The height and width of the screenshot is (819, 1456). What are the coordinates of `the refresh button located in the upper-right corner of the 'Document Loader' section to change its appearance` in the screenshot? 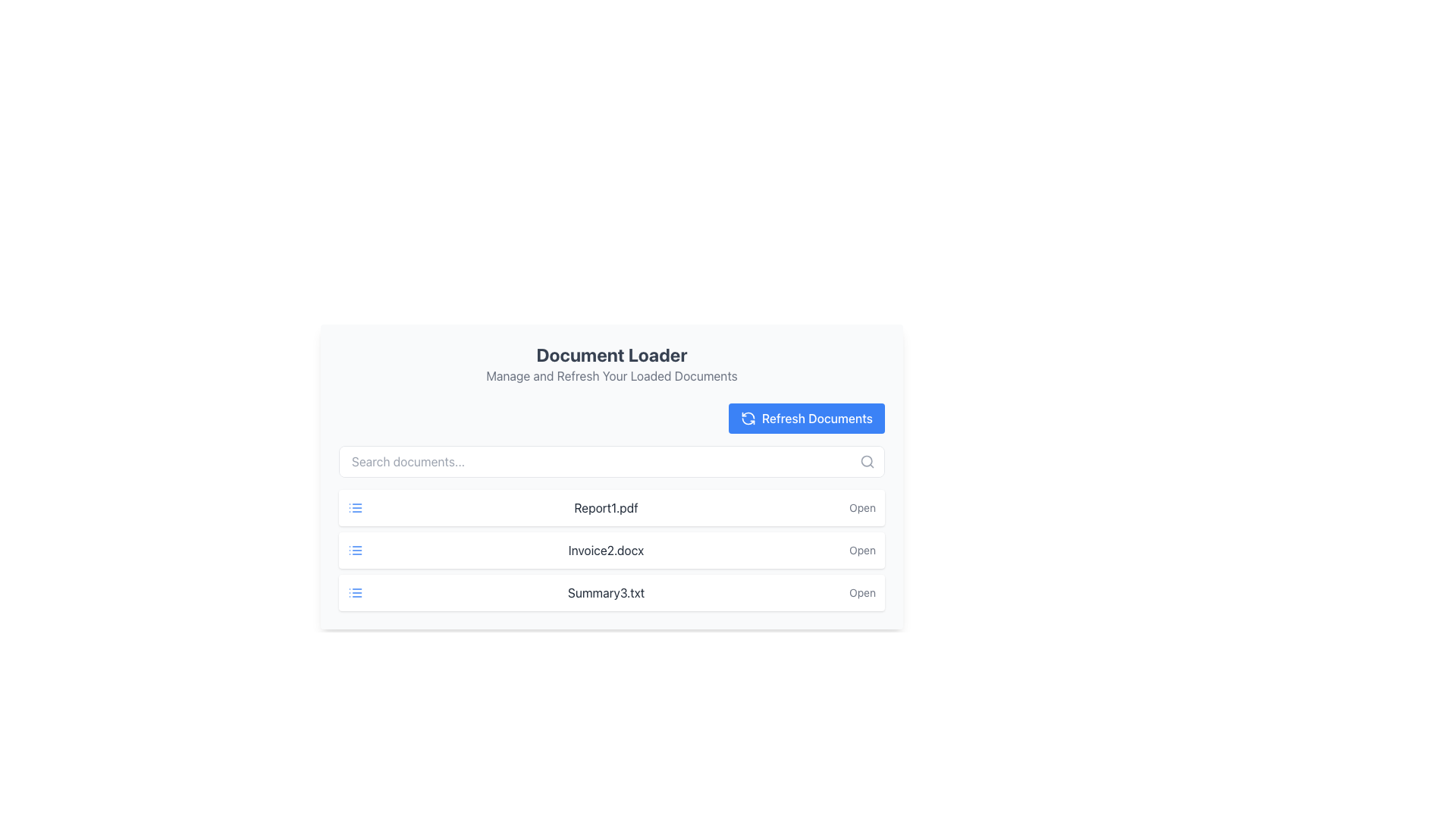 It's located at (805, 418).